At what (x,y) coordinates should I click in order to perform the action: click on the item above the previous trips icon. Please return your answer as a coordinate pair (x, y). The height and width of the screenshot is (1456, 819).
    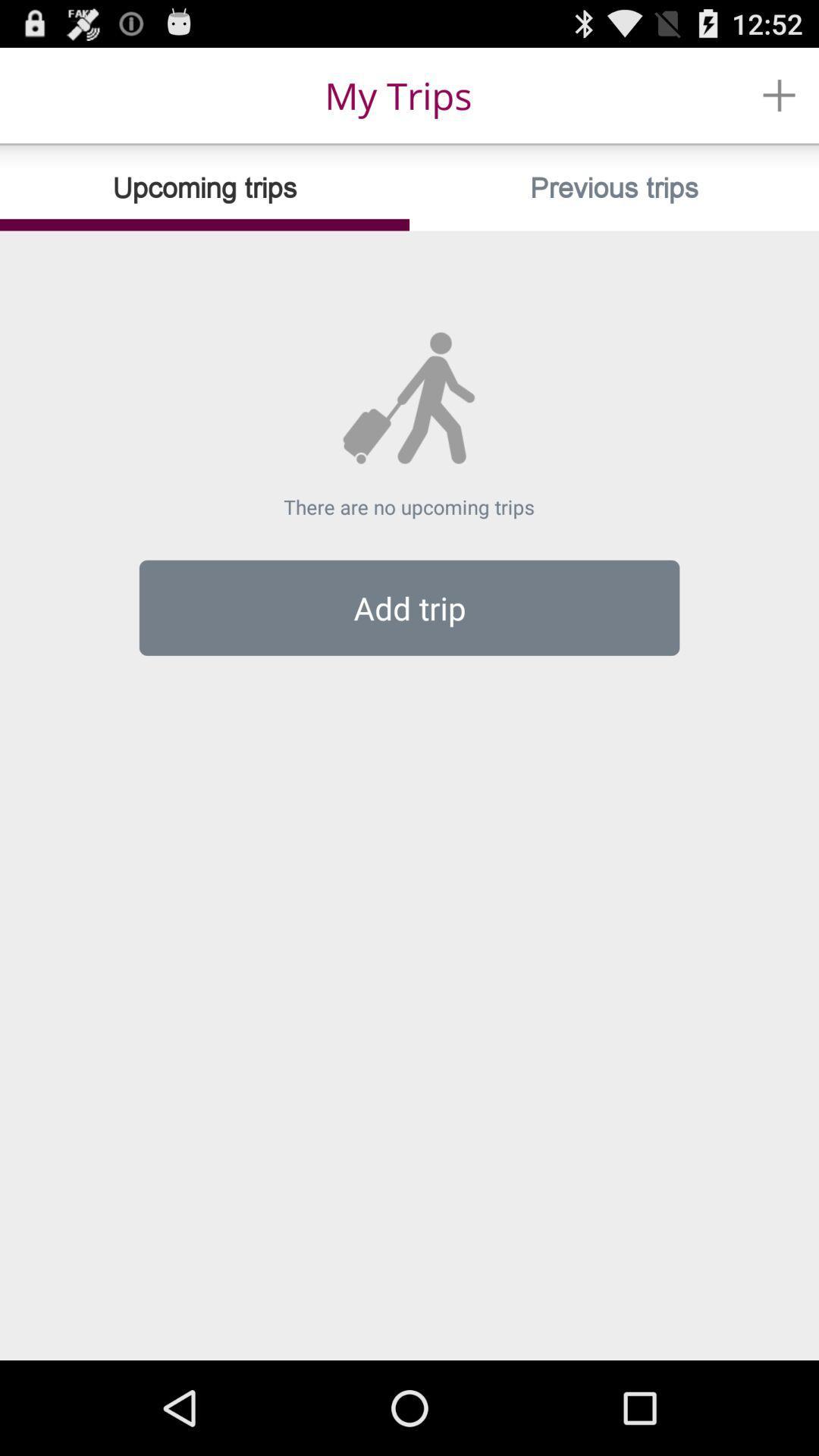
    Looking at the image, I should click on (779, 94).